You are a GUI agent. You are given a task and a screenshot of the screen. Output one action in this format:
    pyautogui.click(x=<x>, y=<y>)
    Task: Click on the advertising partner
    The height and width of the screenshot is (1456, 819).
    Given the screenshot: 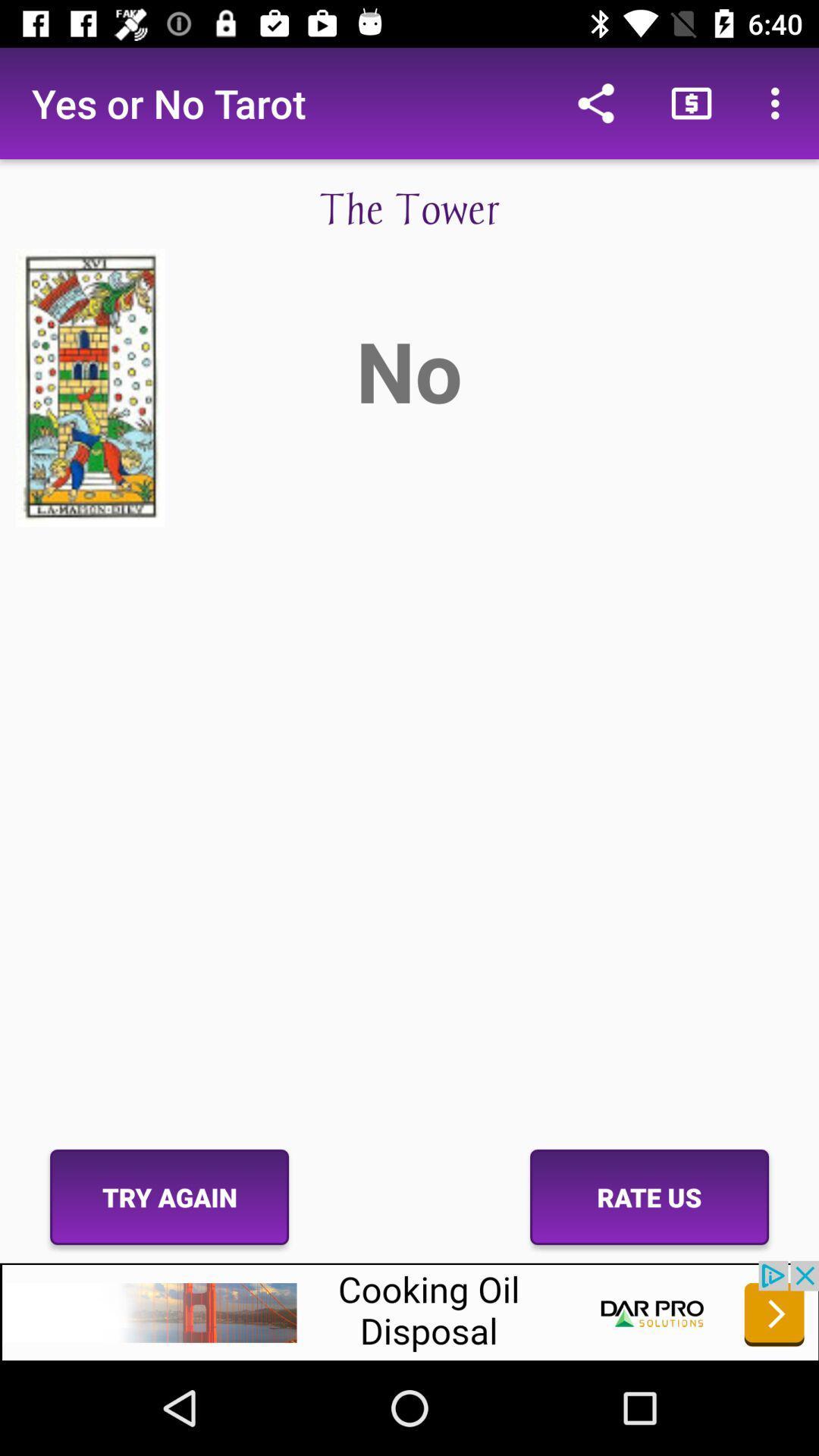 What is the action you would take?
    pyautogui.click(x=409, y=1310)
    